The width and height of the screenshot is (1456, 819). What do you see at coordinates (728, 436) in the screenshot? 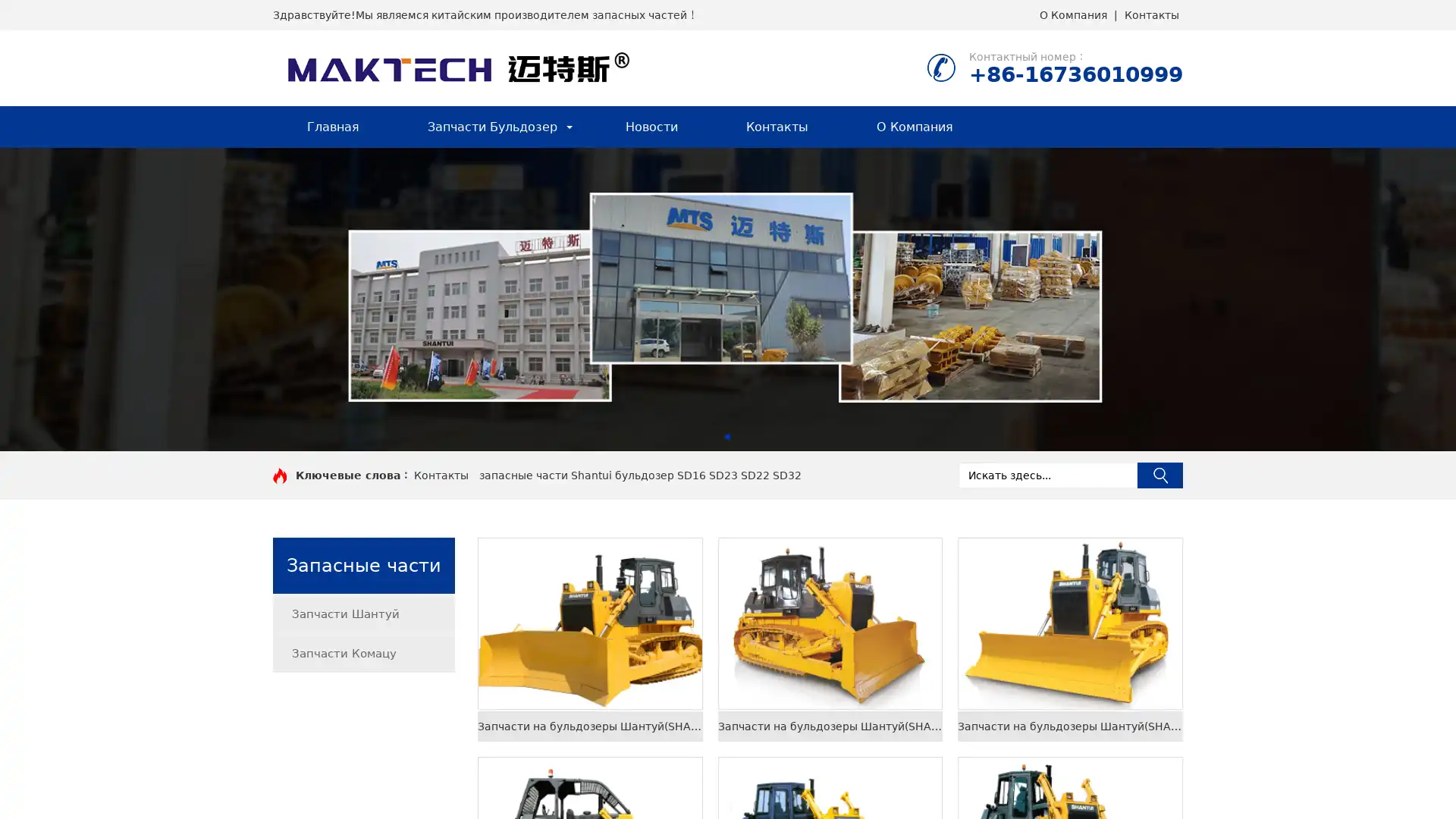
I see `Go to slide 1` at bounding box center [728, 436].